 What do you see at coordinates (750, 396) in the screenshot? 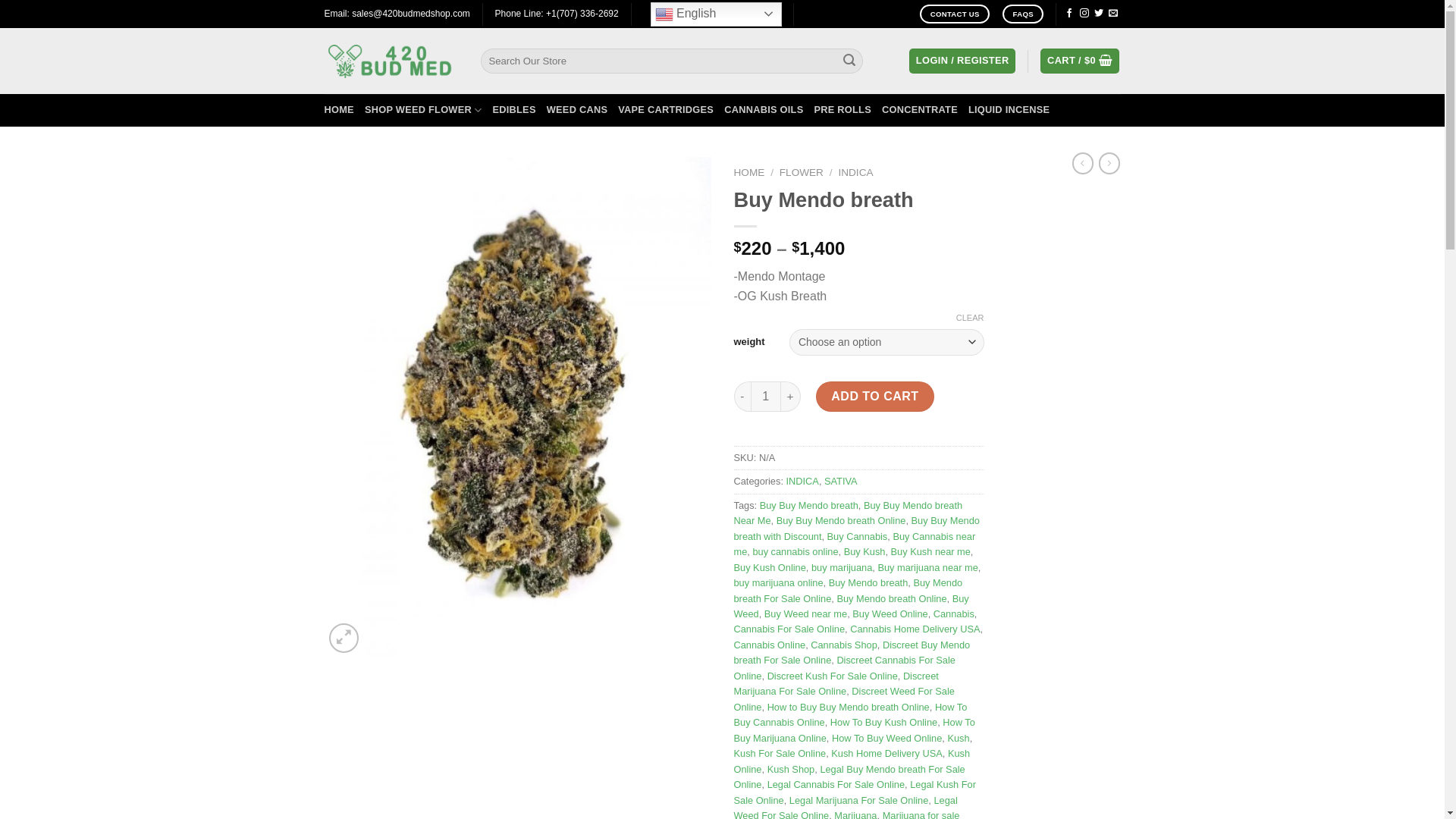
I see `'Qty'` at bounding box center [750, 396].